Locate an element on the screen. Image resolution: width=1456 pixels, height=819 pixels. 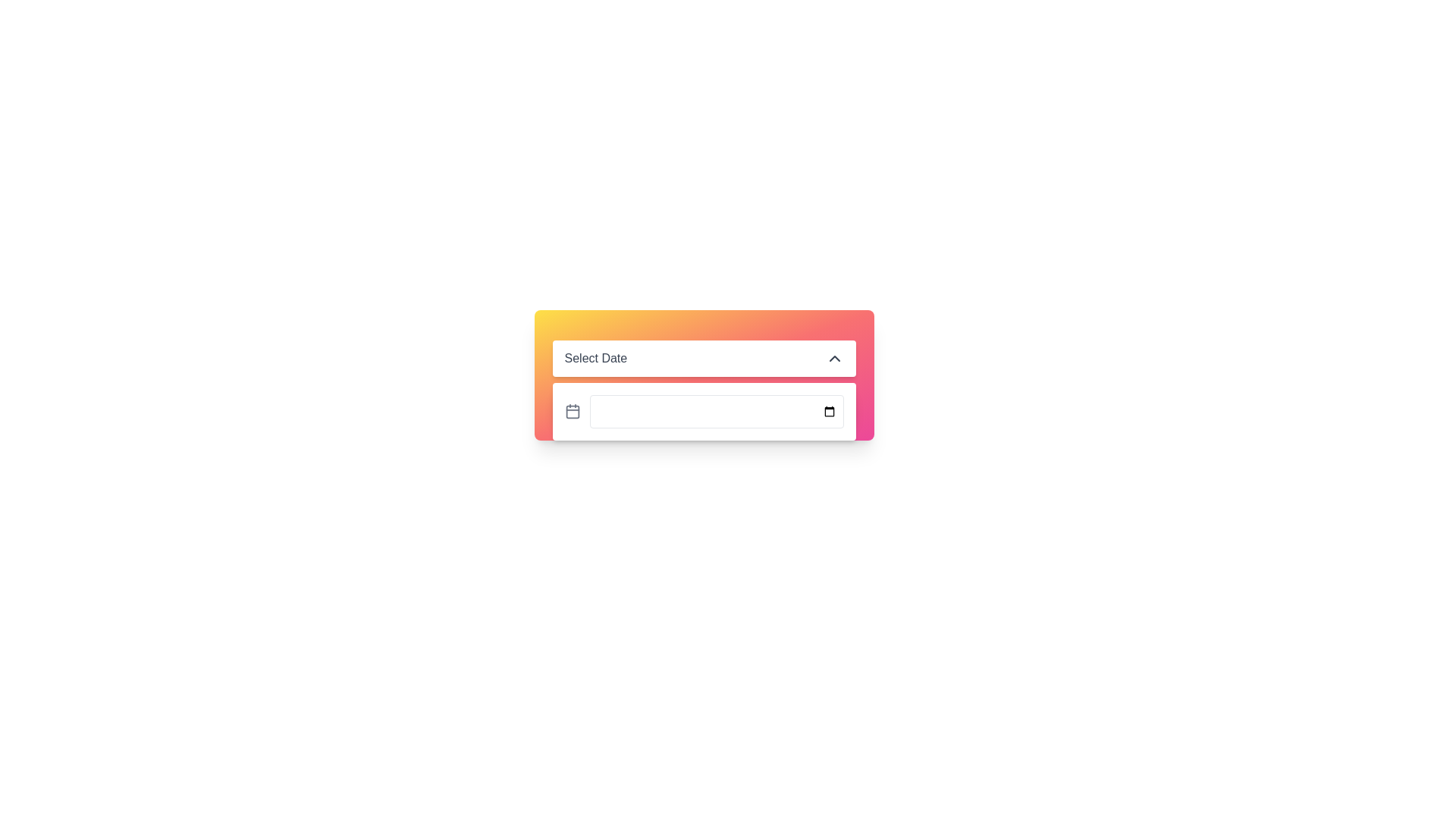
the Date Picker Input Field located below the 'Select Date' top bar is located at coordinates (703, 412).